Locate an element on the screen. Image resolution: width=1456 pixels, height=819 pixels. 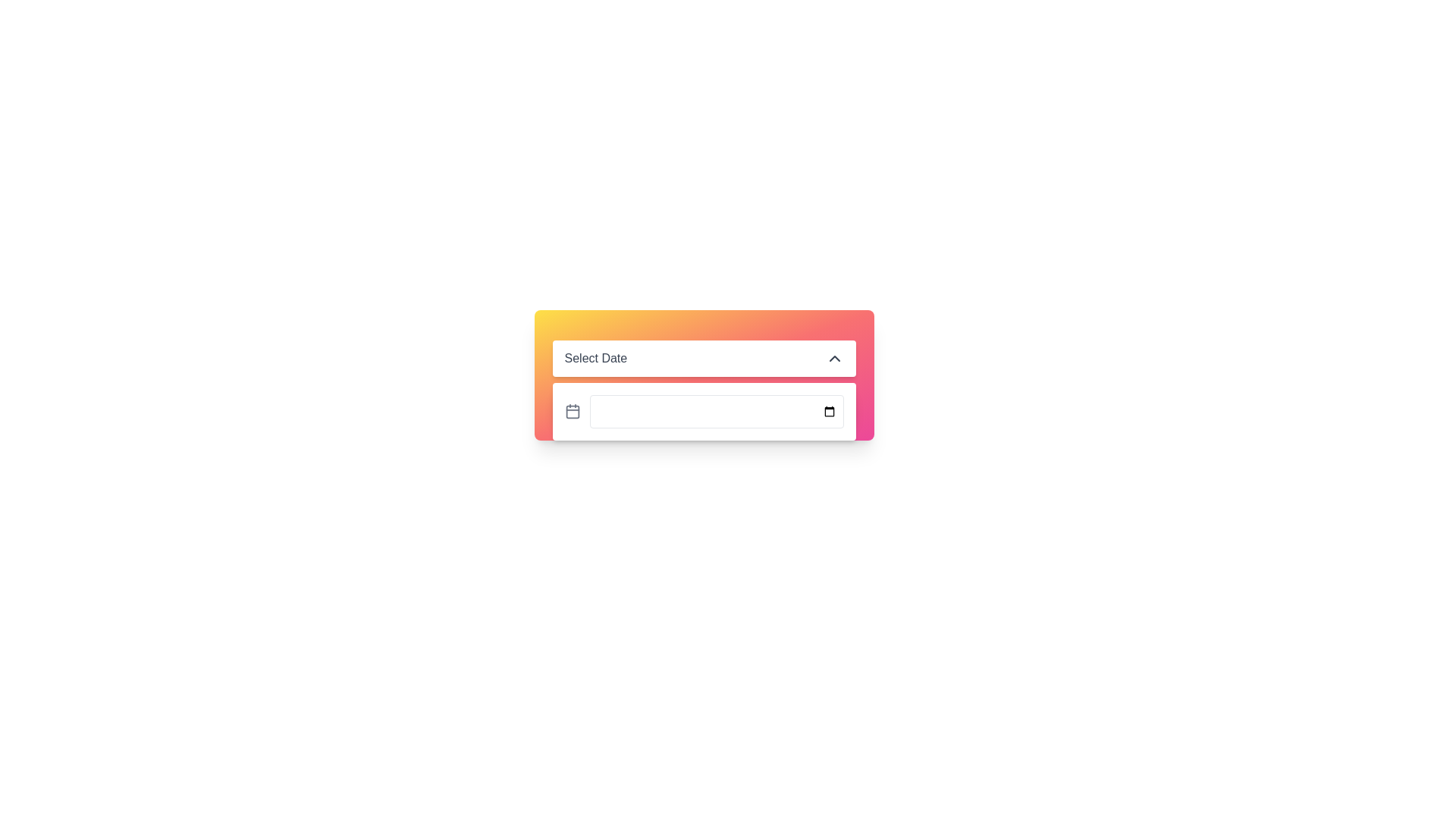
the Date Picker Input Field located below the 'Select Date' top bar is located at coordinates (703, 412).